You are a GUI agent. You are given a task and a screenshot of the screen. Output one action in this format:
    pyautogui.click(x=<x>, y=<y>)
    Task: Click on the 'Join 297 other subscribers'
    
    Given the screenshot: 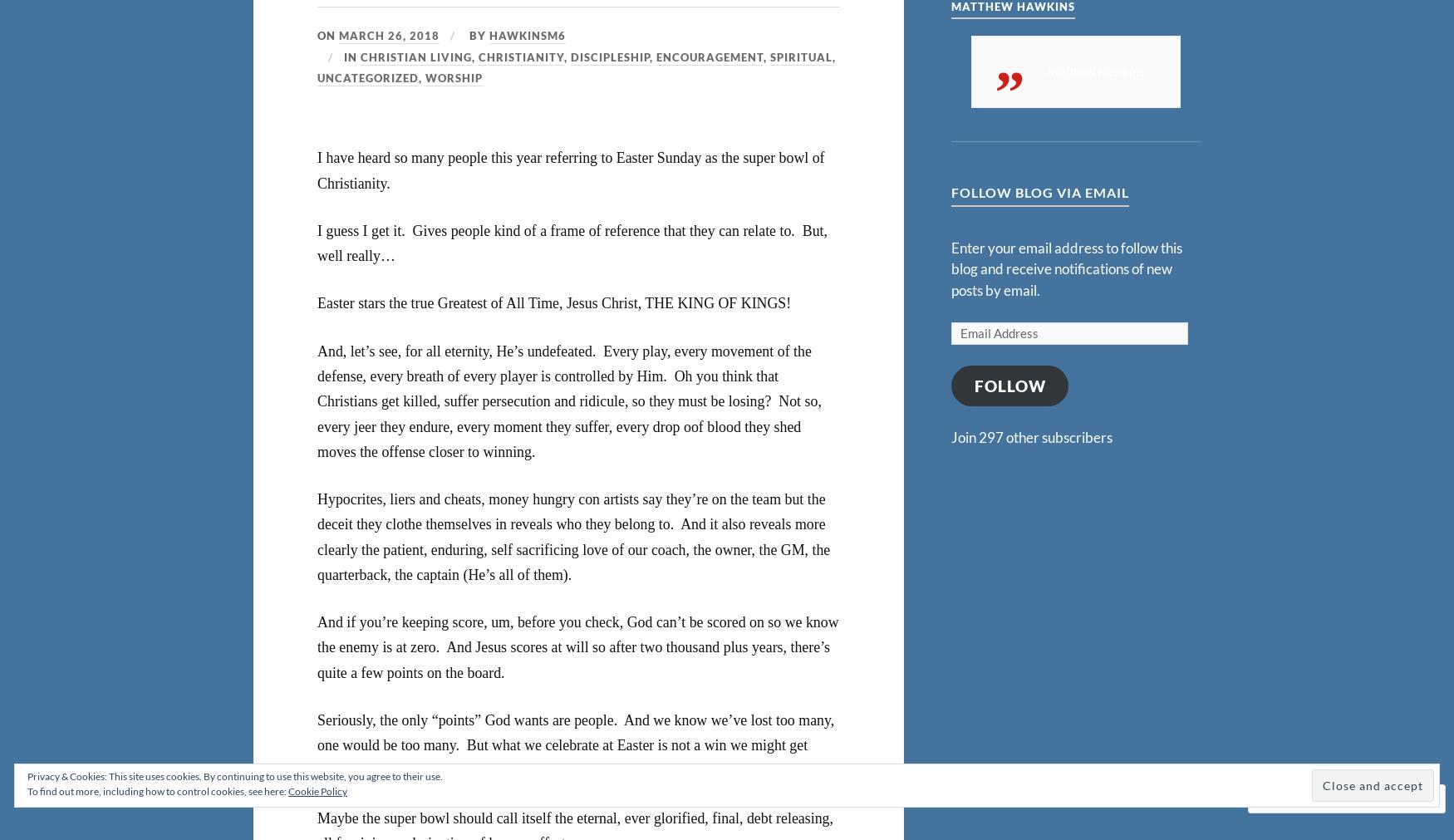 What is the action you would take?
    pyautogui.click(x=1031, y=437)
    